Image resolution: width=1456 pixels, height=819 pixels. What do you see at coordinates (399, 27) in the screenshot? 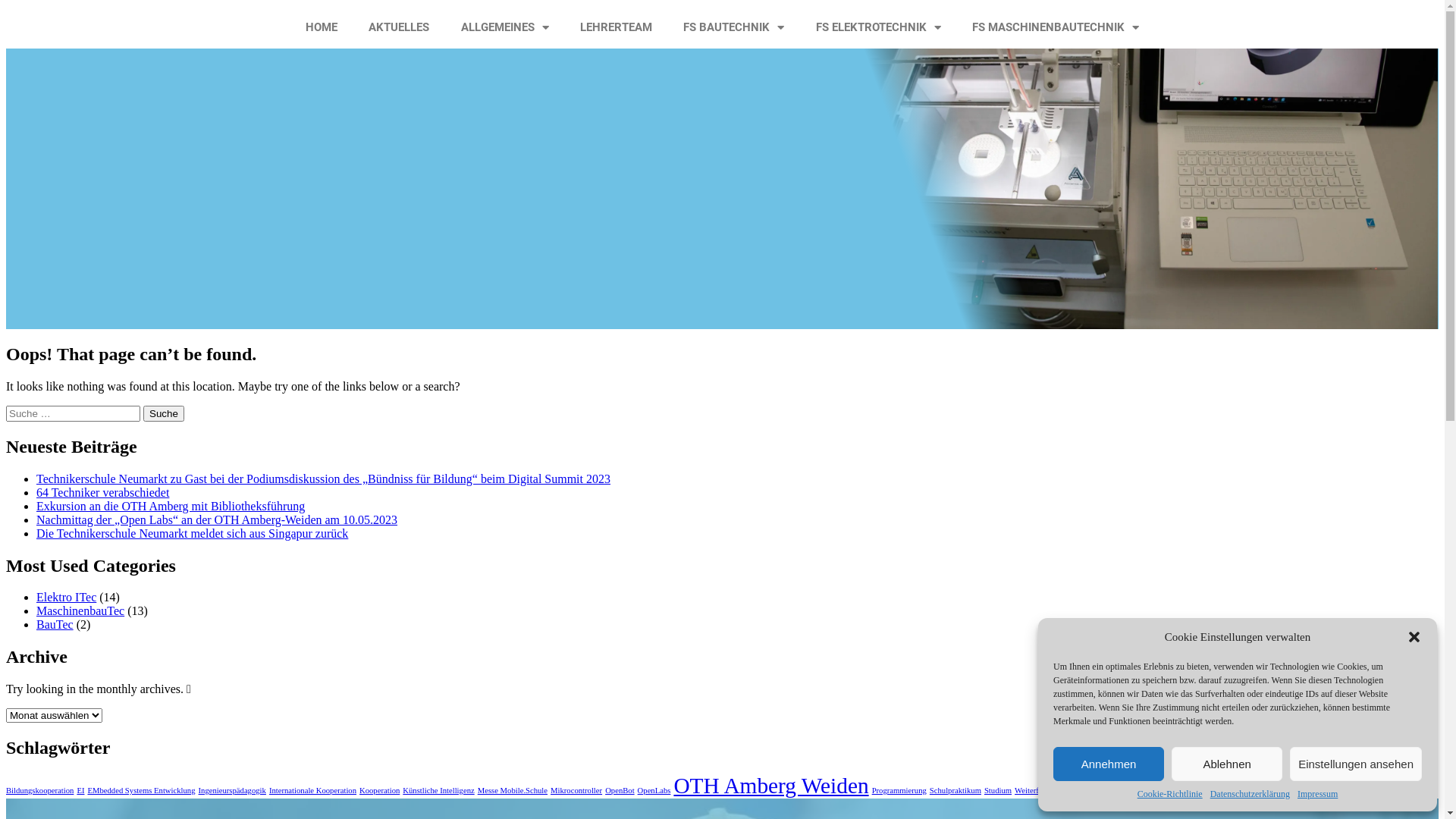
I see `'AKTUELLES'` at bounding box center [399, 27].